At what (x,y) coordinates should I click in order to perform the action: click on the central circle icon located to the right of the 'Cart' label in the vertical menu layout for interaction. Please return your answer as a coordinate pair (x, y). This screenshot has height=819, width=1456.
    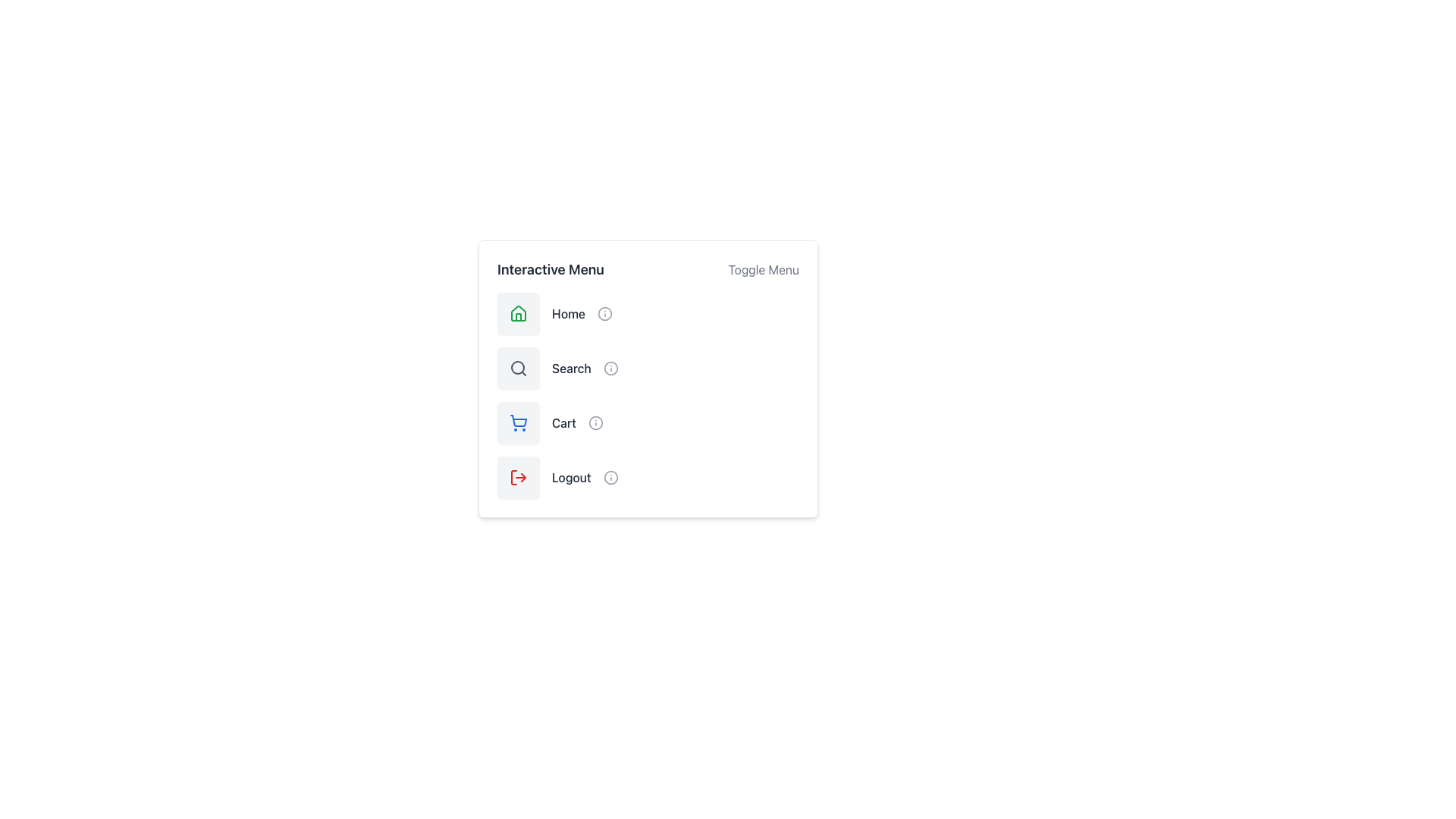
    Looking at the image, I should click on (595, 423).